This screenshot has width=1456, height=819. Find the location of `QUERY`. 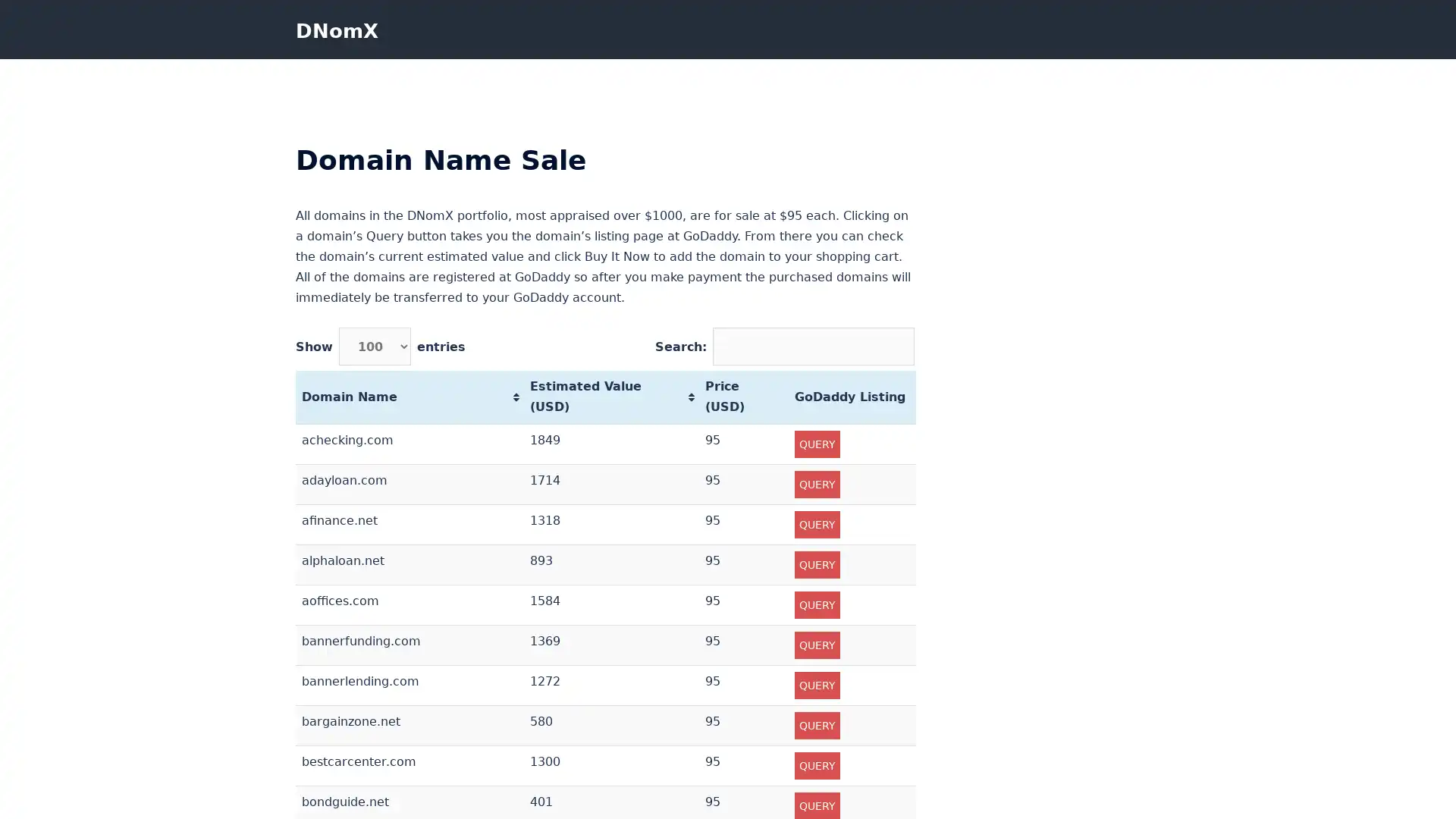

QUERY is located at coordinates (815, 564).